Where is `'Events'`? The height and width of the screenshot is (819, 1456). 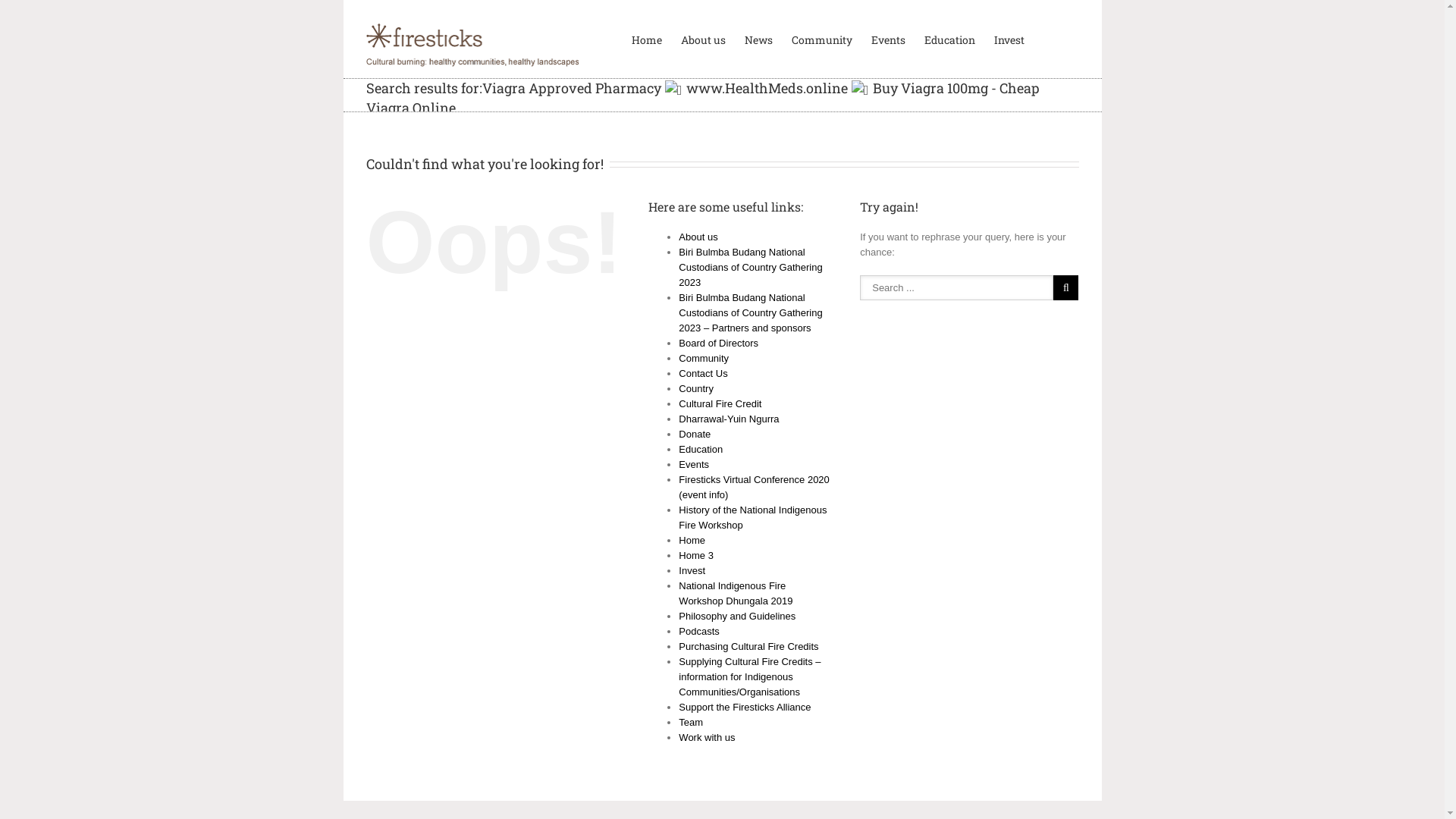 'Events' is located at coordinates (693, 463).